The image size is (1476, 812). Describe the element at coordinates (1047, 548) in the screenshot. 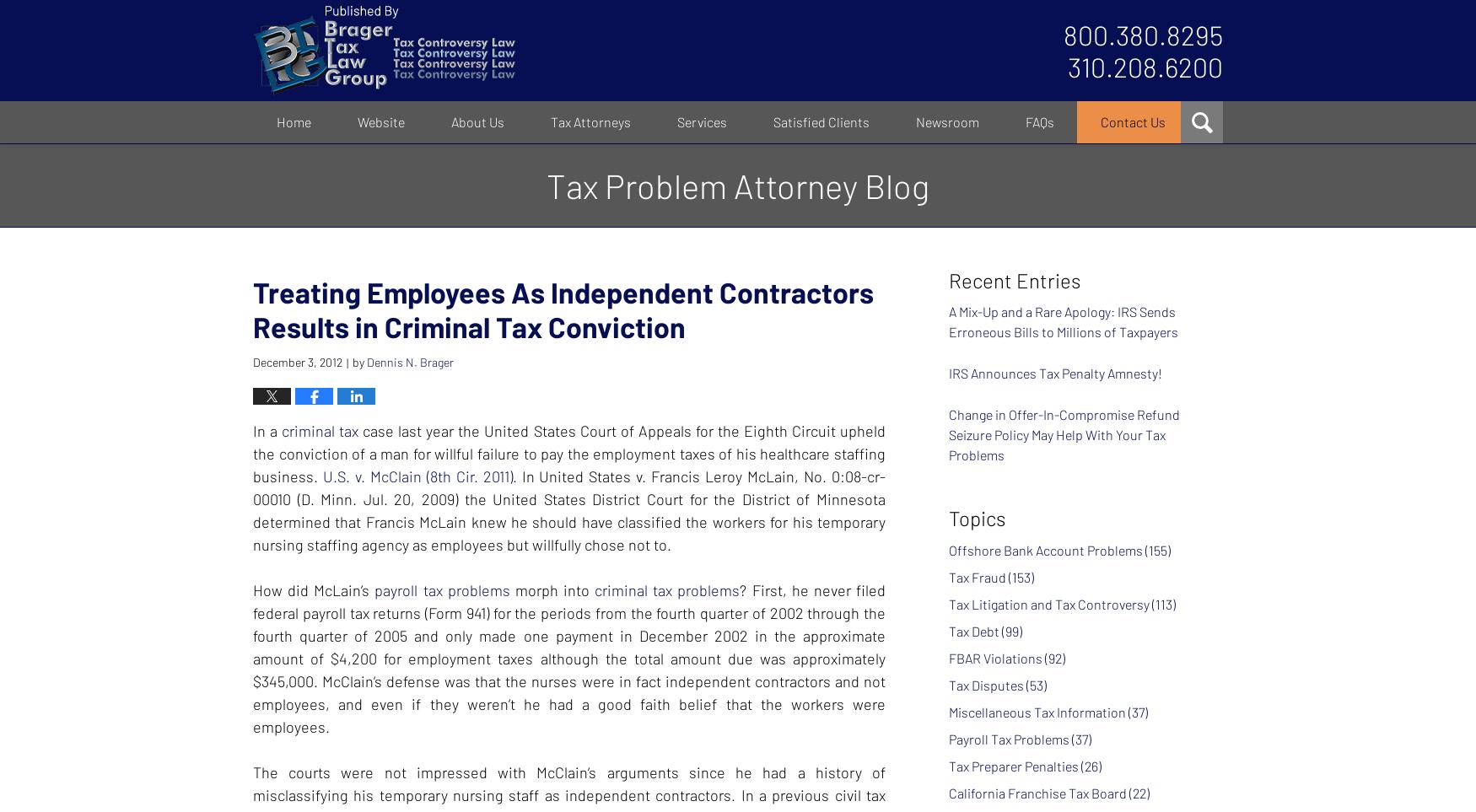

I see `'Offshore Bank Account Problems'` at that location.